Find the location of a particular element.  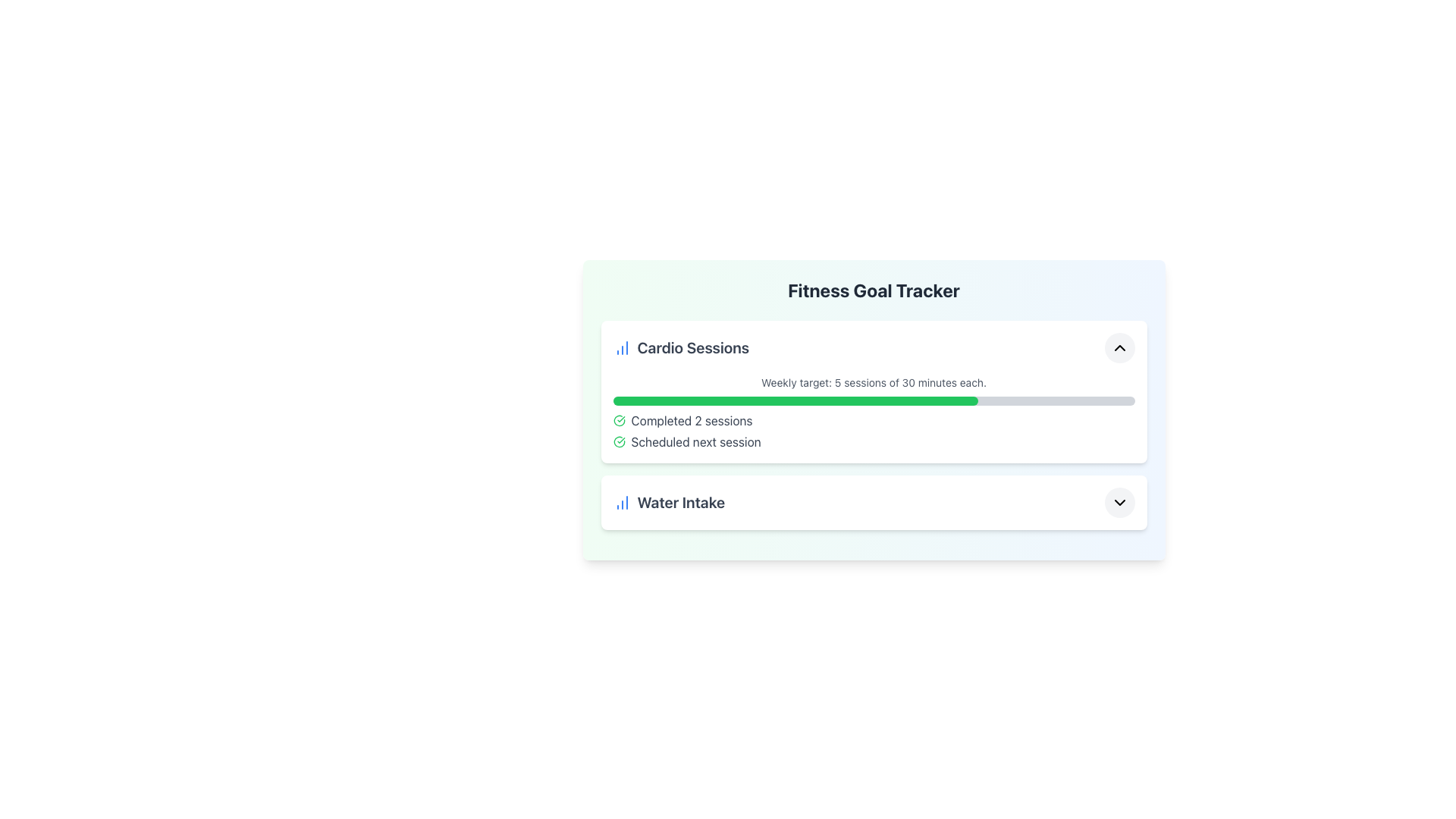

textual information from the Progress Tracker and Informational Block located under the 'Cardio Sessions' heading, which provides details on weekly targets, progress status, and activity summaries is located at coordinates (874, 413).